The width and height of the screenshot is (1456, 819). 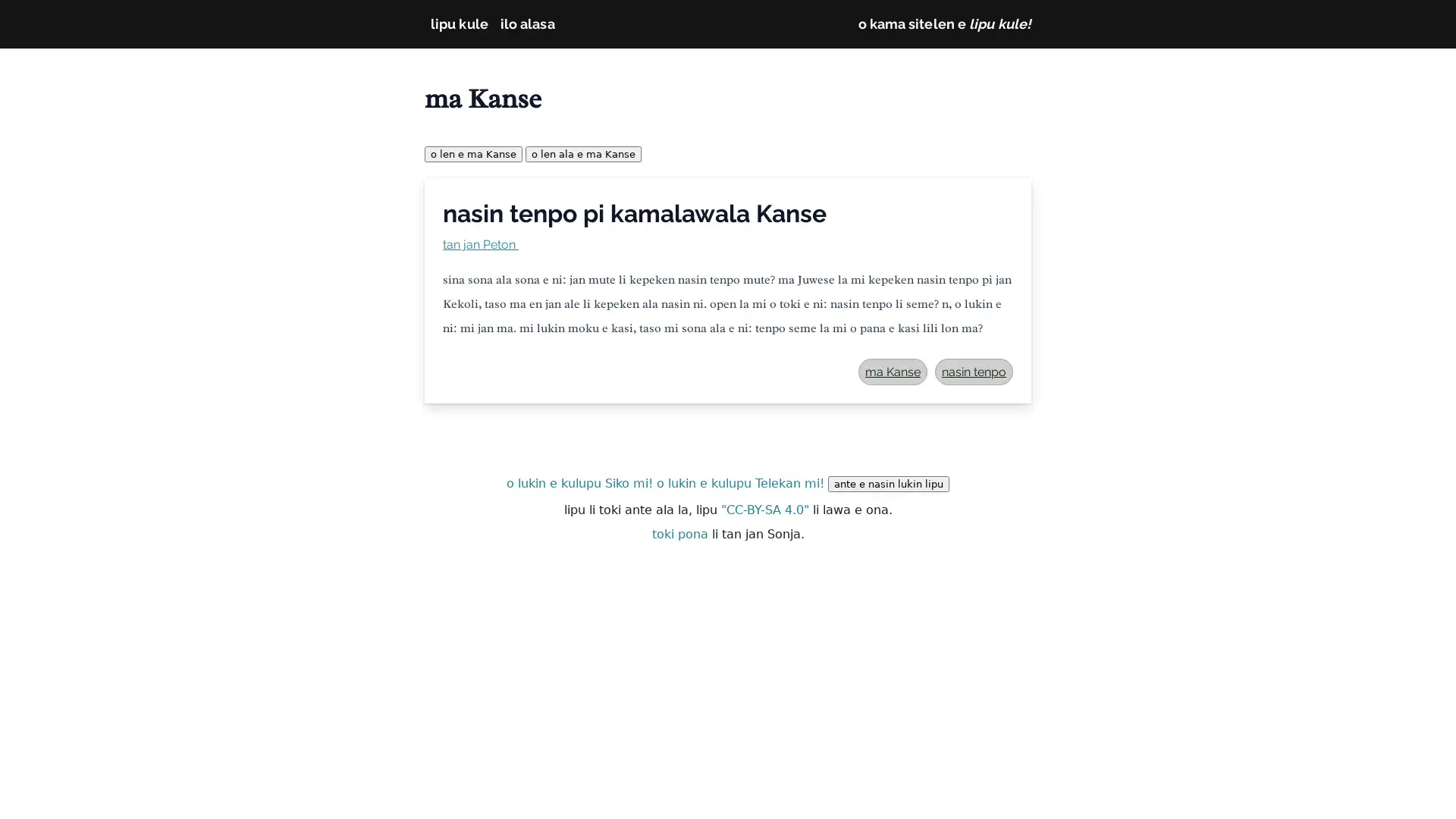 What do you see at coordinates (472, 154) in the screenshot?
I see `o len e ma Kanse` at bounding box center [472, 154].